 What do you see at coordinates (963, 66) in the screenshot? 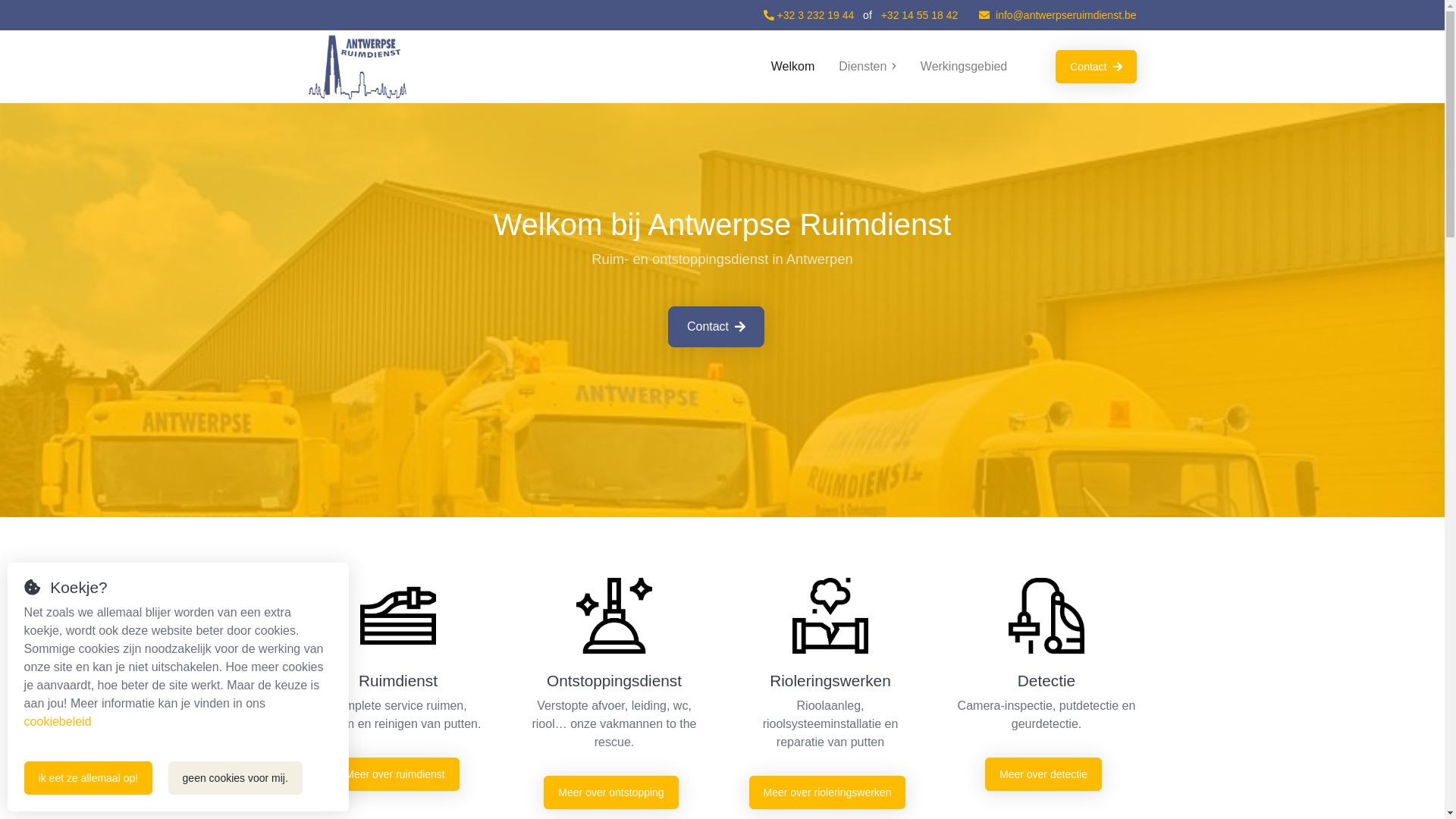
I see `'Werkingsgebied'` at bounding box center [963, 66].